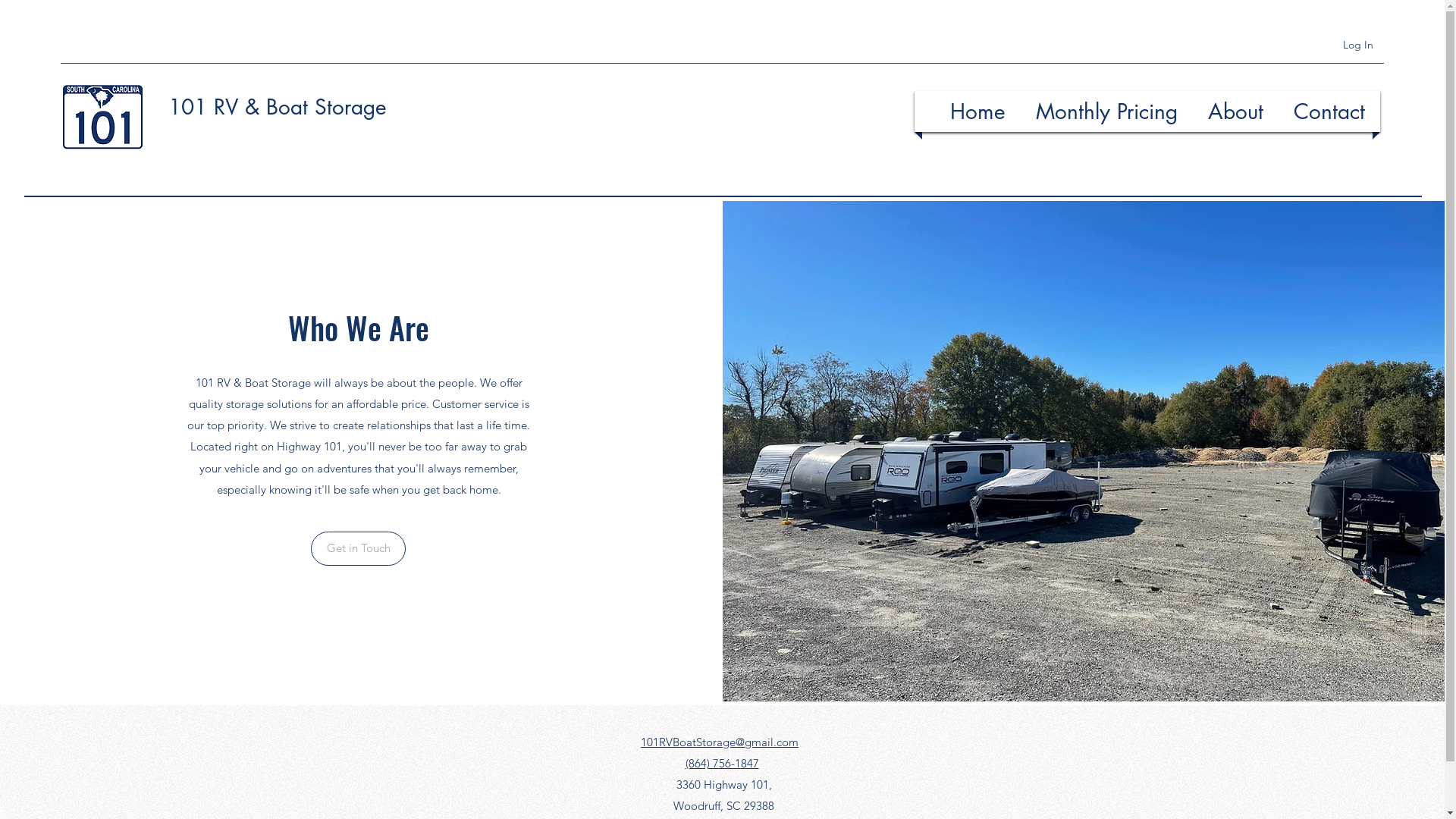  I want to click on 'Contact', so click(1328, 110).